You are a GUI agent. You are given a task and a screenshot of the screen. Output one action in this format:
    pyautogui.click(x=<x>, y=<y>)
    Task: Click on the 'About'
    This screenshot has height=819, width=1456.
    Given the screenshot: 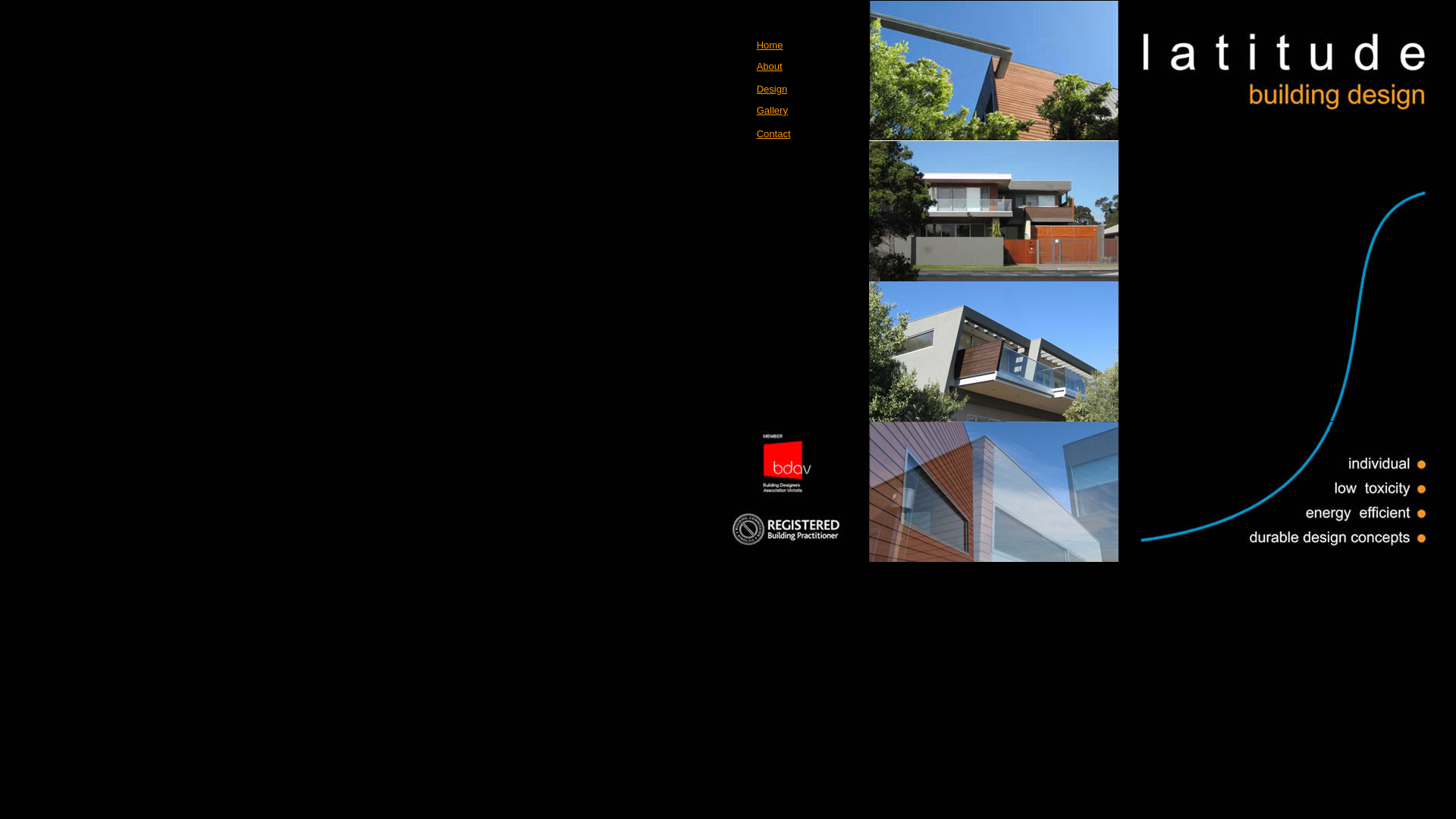 What is the action you would take?
    pyautogui.click(x=757, y=65)
    